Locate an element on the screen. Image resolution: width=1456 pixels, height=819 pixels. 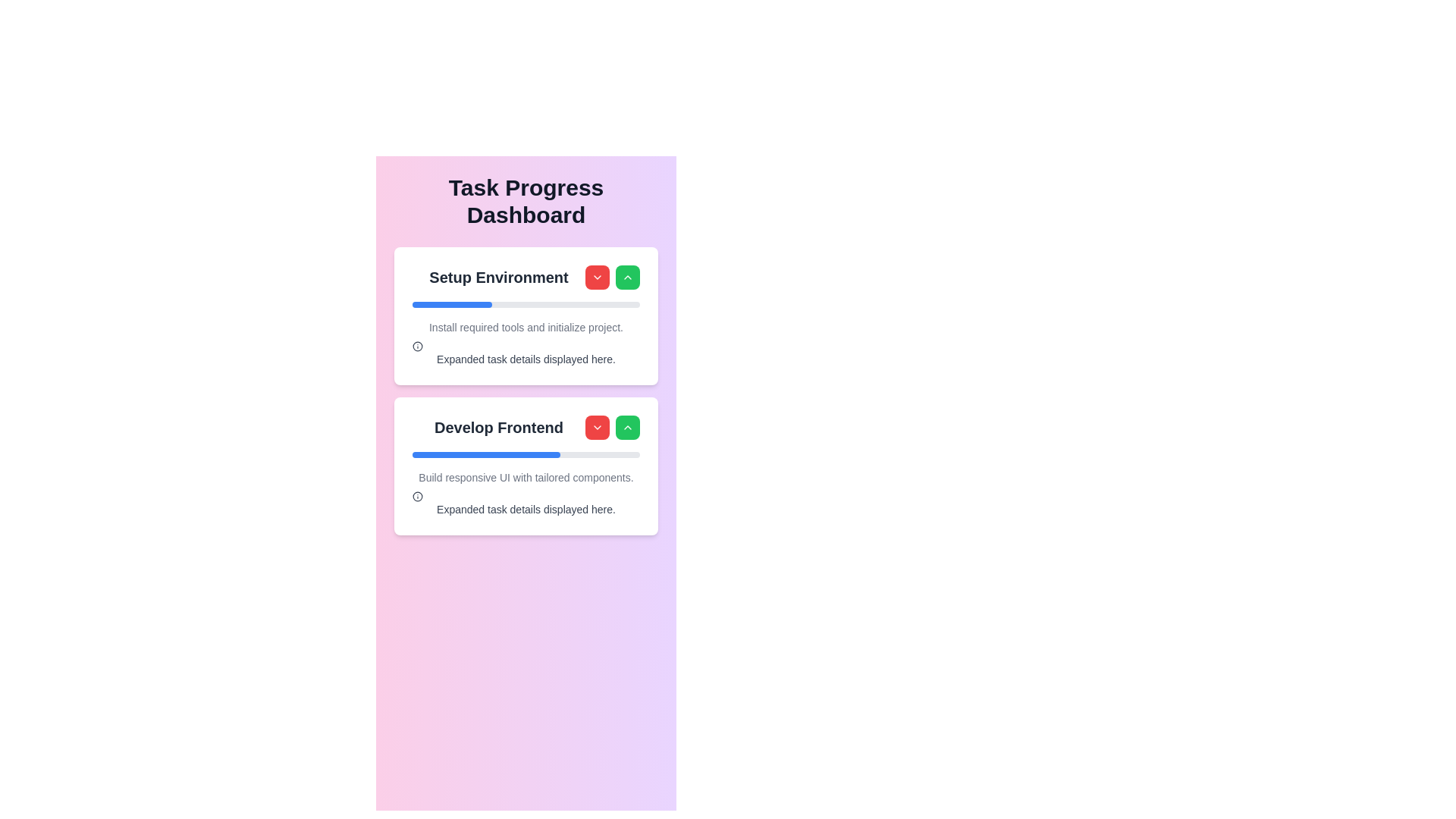
the downward pointing chevron arrow icon with a red background located at the top-right corner of the 'Develop Frontend' card is located at coordinates (596, 278).